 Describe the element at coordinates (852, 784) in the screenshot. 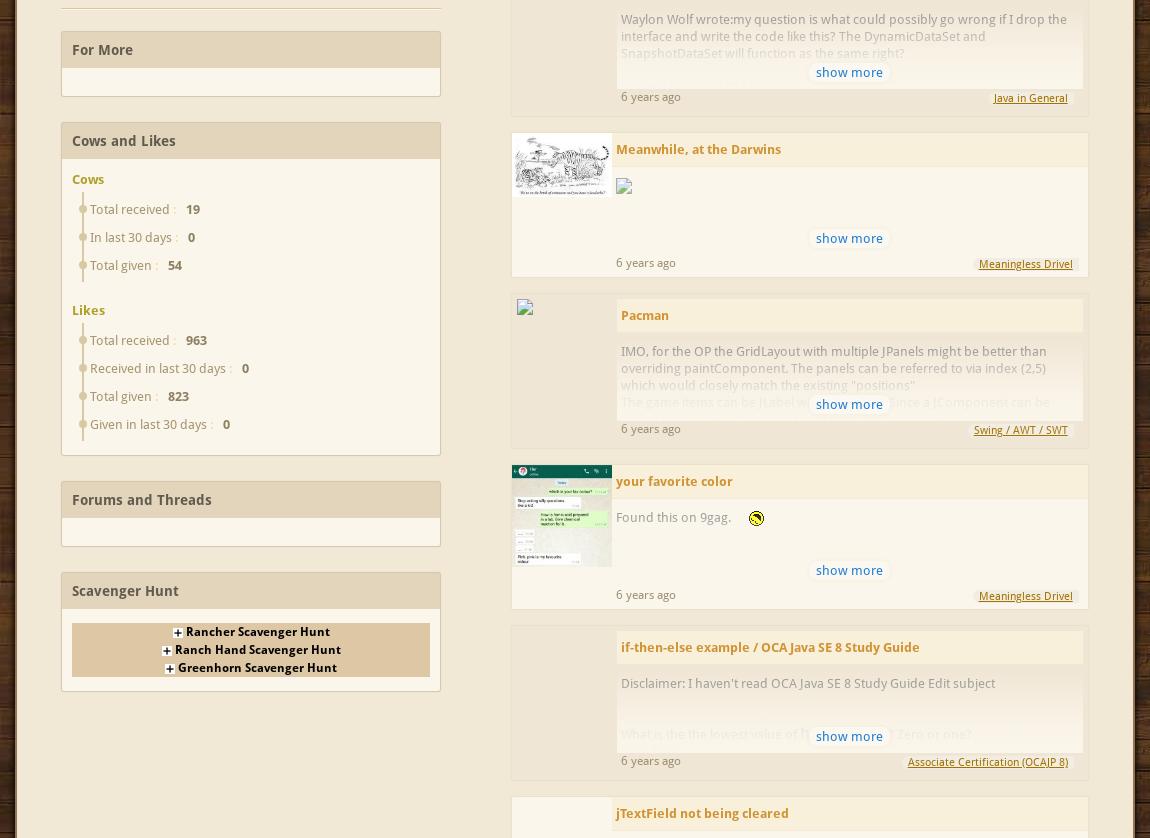

I see `'will be'` at that location.